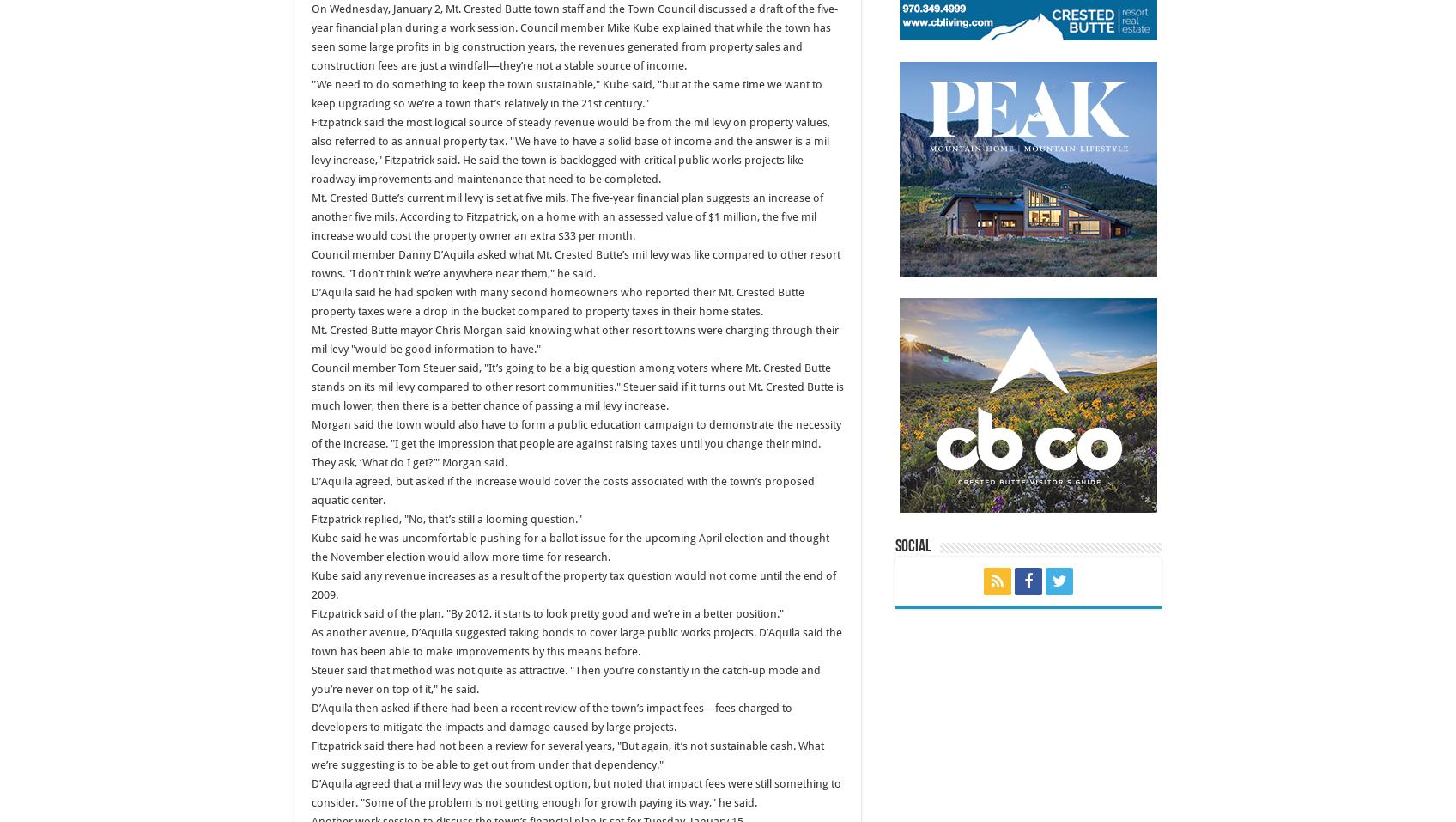 This screenshot has width=1456, height=822. Describe the element at coordinates (565, 679) in the screenshot. I see `'Steuer said that method was not quite as attractive. "Then you’re constantly in the catch-up mode and you’re never on top of it," he said.'` at that location.